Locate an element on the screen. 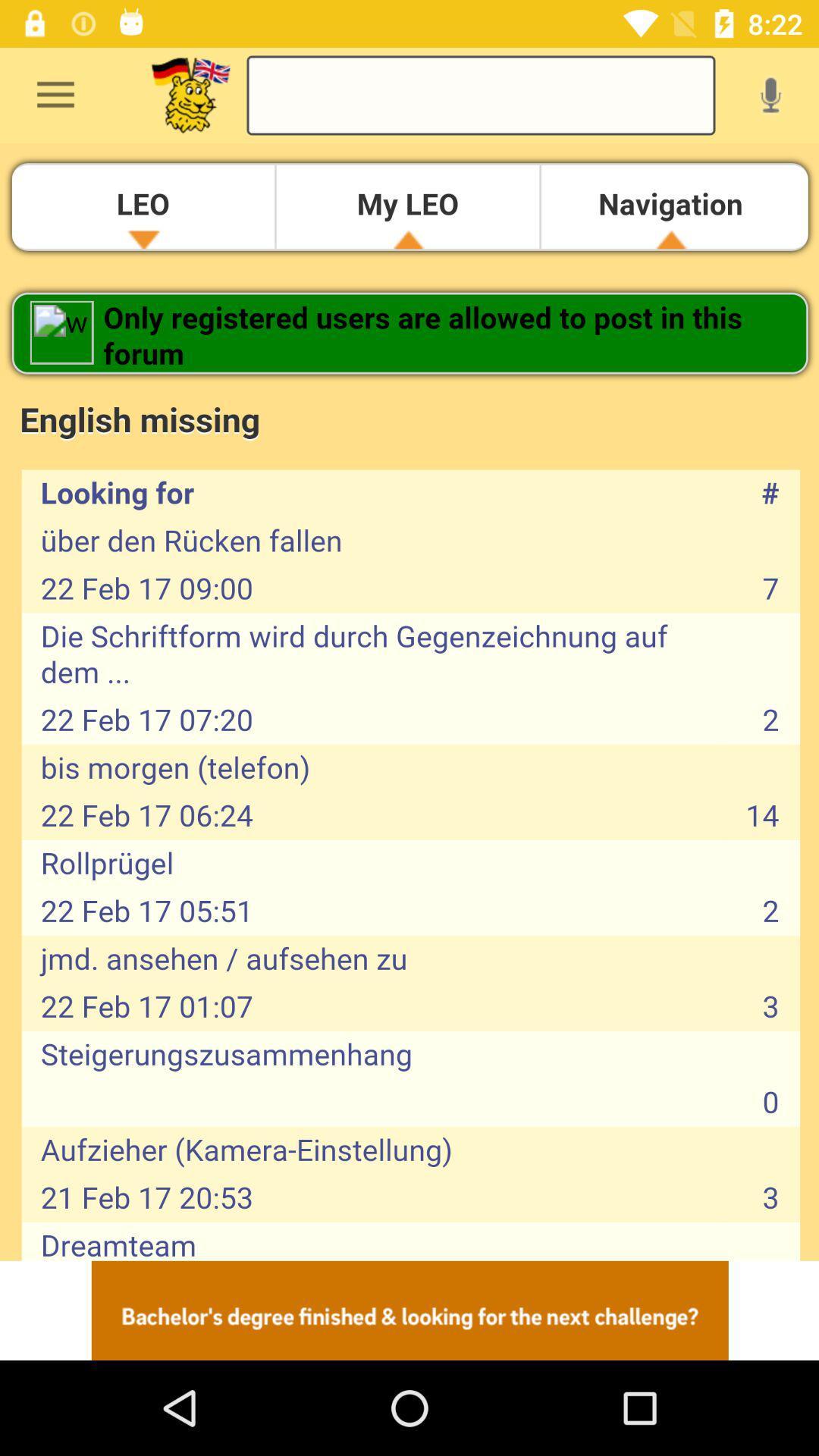 The height and width of the screenshot is (1456, 819). sponsored content is located at coordinates (409, 1310).